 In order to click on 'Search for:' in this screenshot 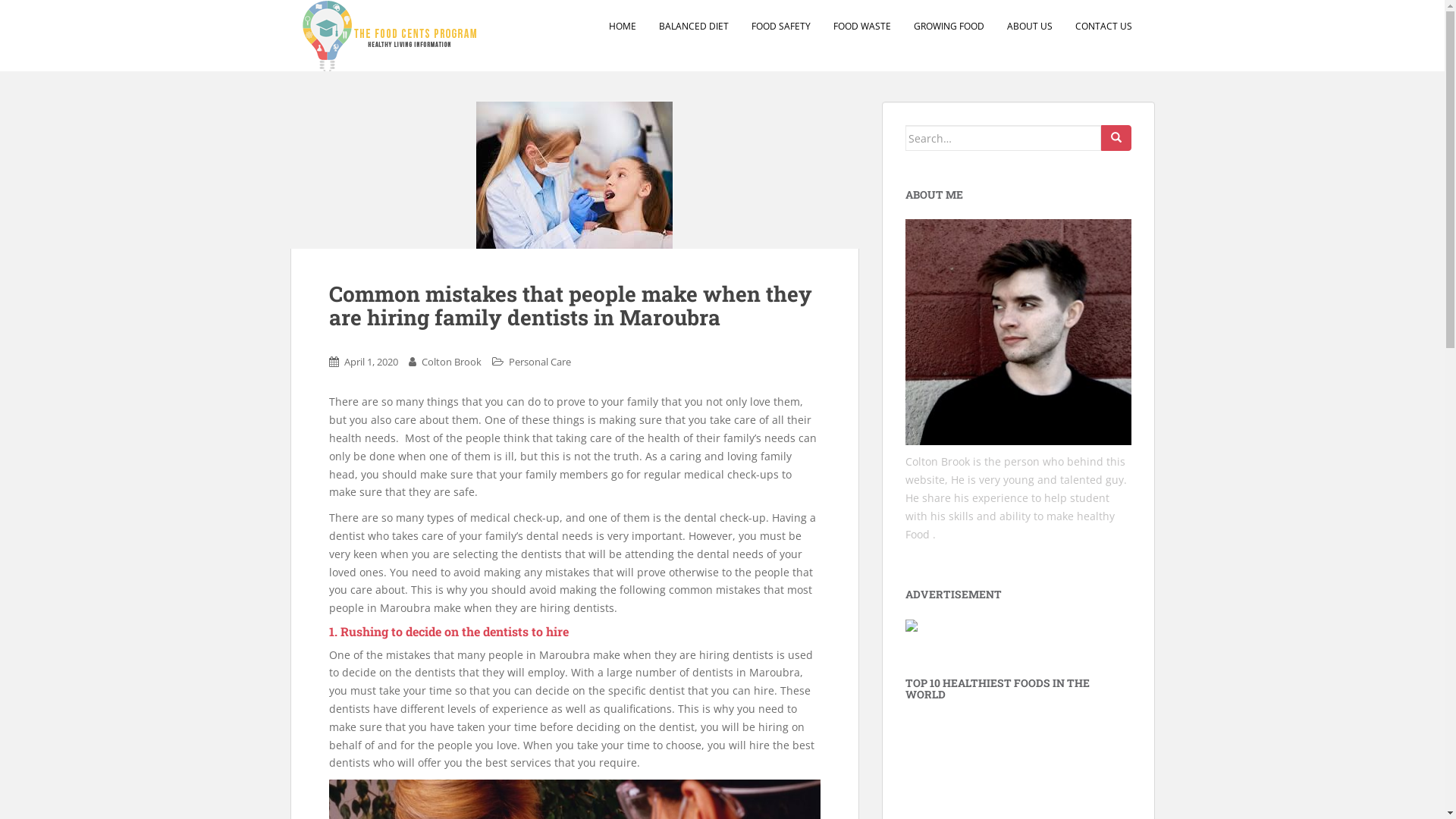, I will do `click(905, 137)`.